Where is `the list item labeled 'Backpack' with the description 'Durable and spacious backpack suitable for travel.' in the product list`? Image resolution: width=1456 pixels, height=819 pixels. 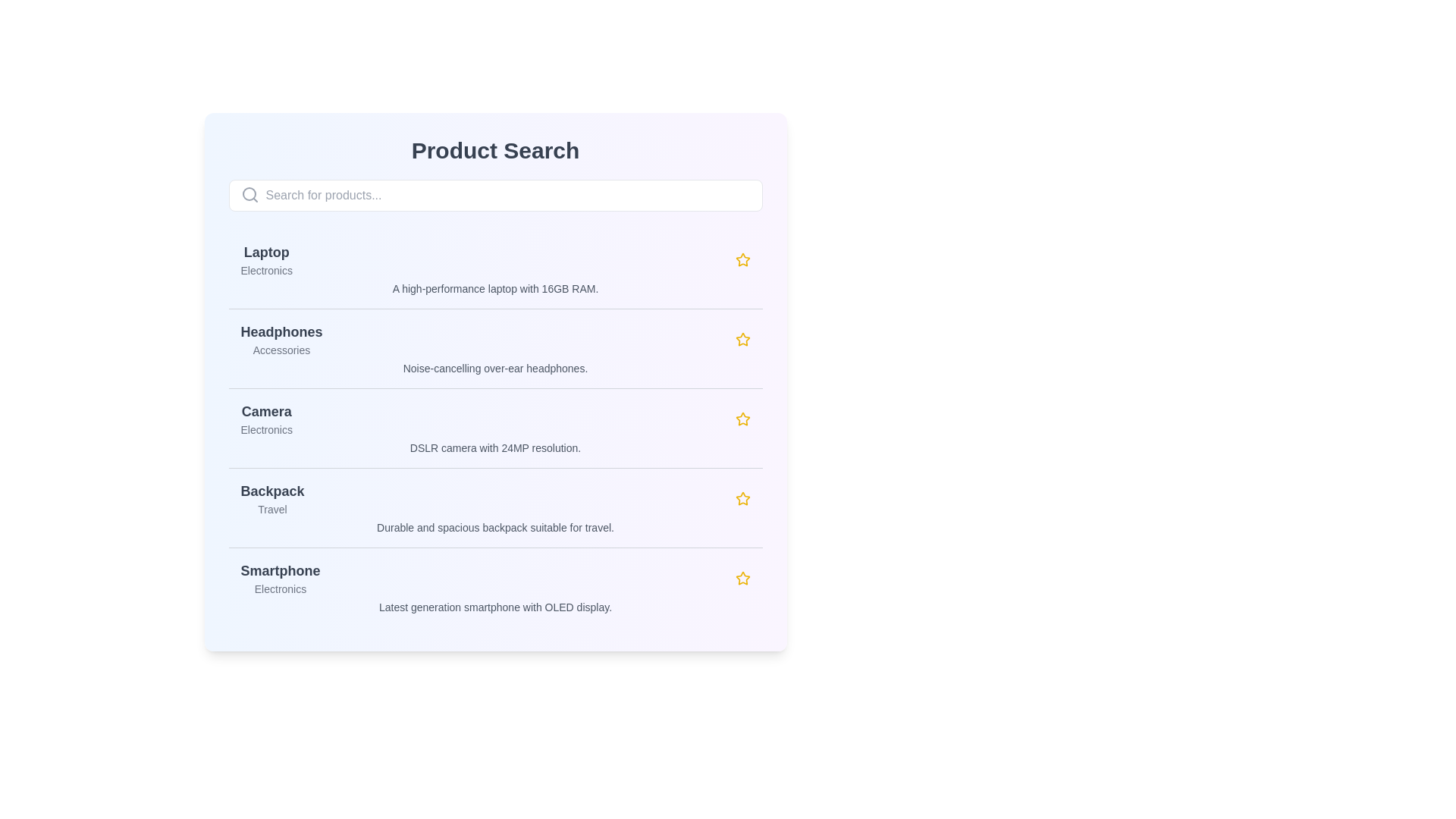
the list item labeled 'Backpack' with the description 'Durable and spacious backpack suitable for travel.' in the product list is located at coordinates (495, 507).